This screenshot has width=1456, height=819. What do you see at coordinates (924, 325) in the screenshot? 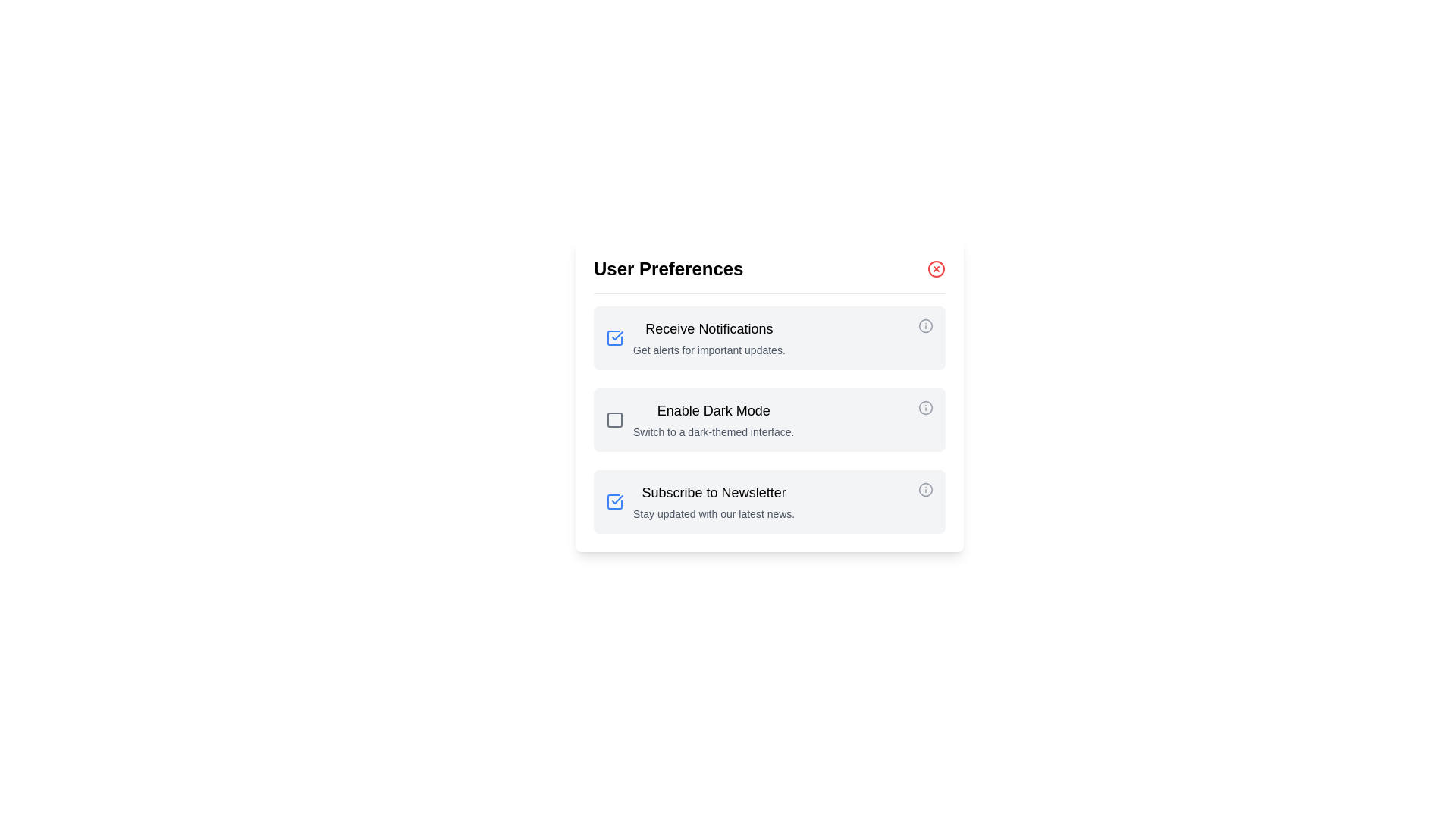
I see `the informational icon, which is an outlined circle with a lowercase 'i' symbol, located in the top-right corner of the 'Receive Notifications' box` at bounding box center [924, 325].